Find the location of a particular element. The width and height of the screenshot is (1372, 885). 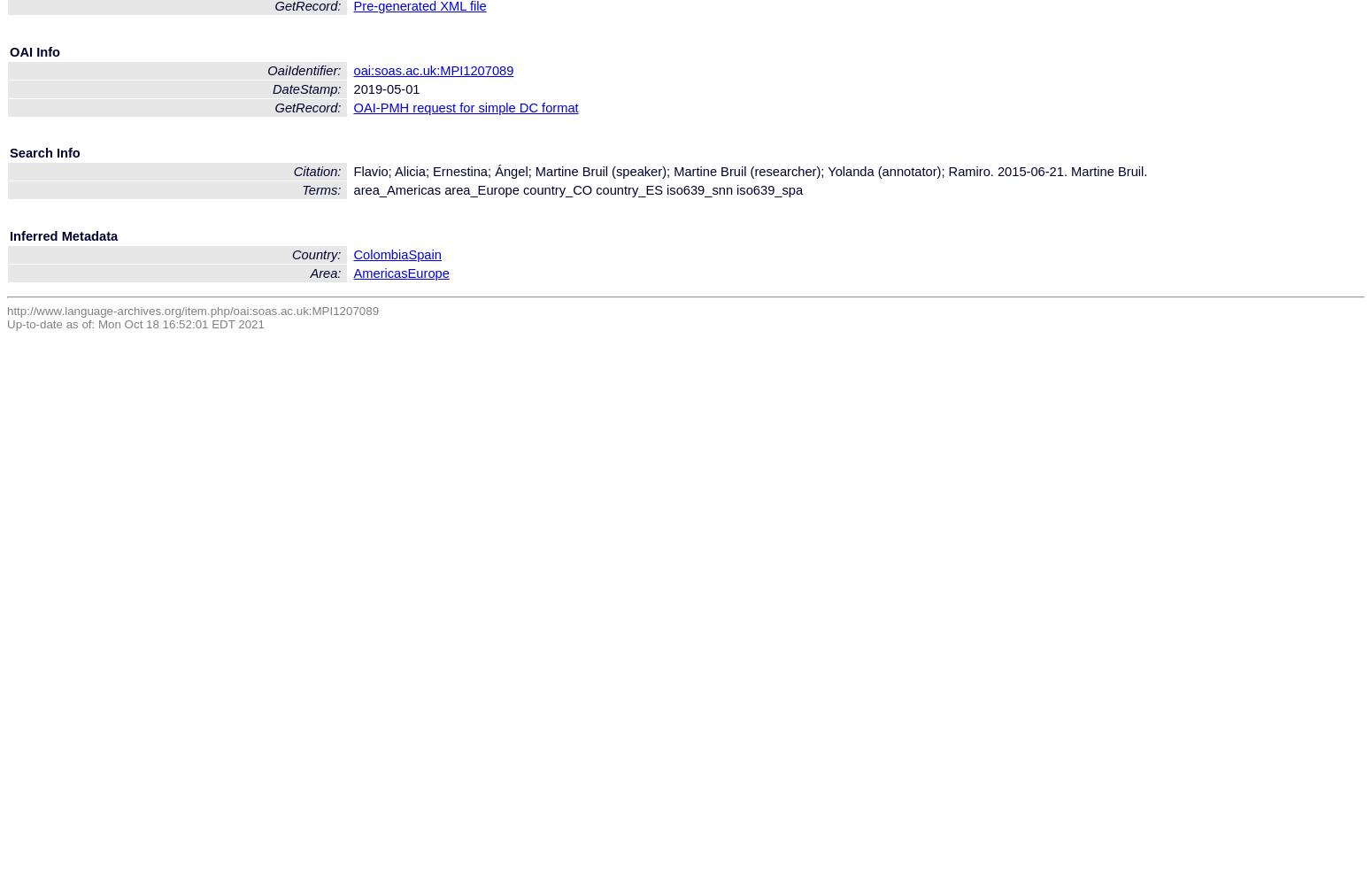

'OaiIdentifier:' is located at coordinates (304, 69).